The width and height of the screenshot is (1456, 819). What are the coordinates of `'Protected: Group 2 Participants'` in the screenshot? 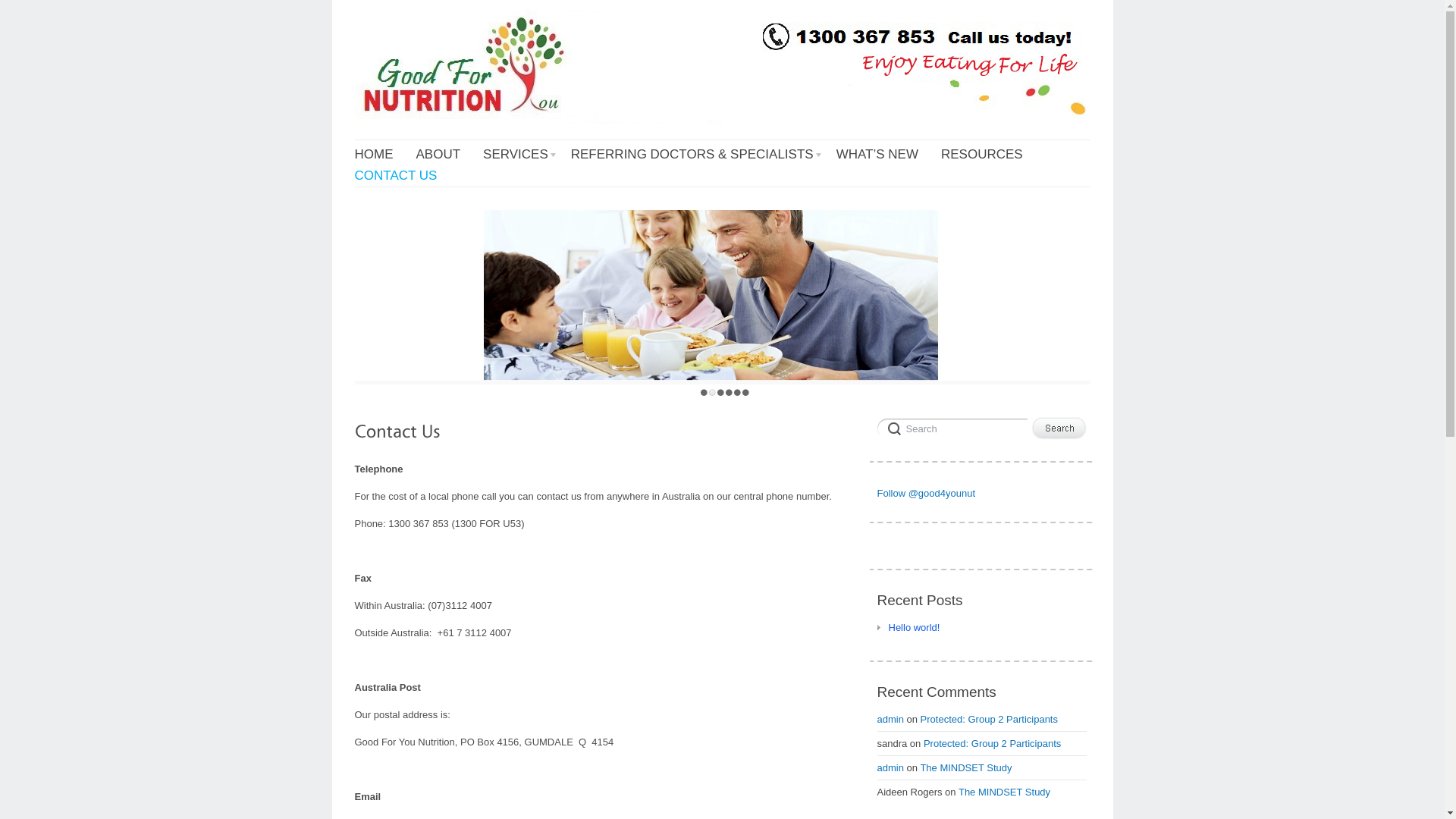 It's located at (989, 718).